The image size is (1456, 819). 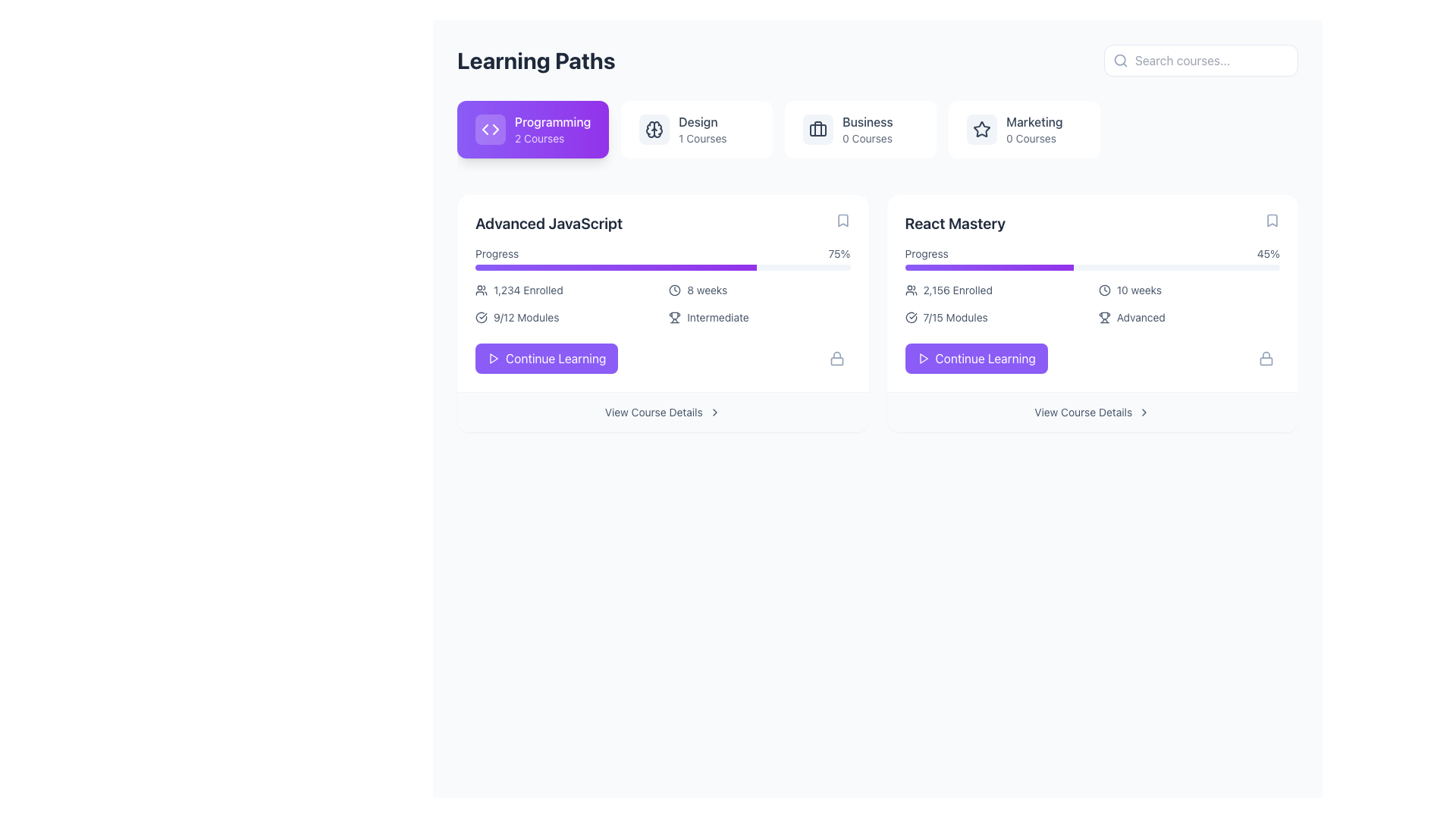 I want to click on the static text label below the 'Marketing' label that indicates the number of courses available in the 'Marketing' category, which currently shows zero, so click(x=1034, y=138).